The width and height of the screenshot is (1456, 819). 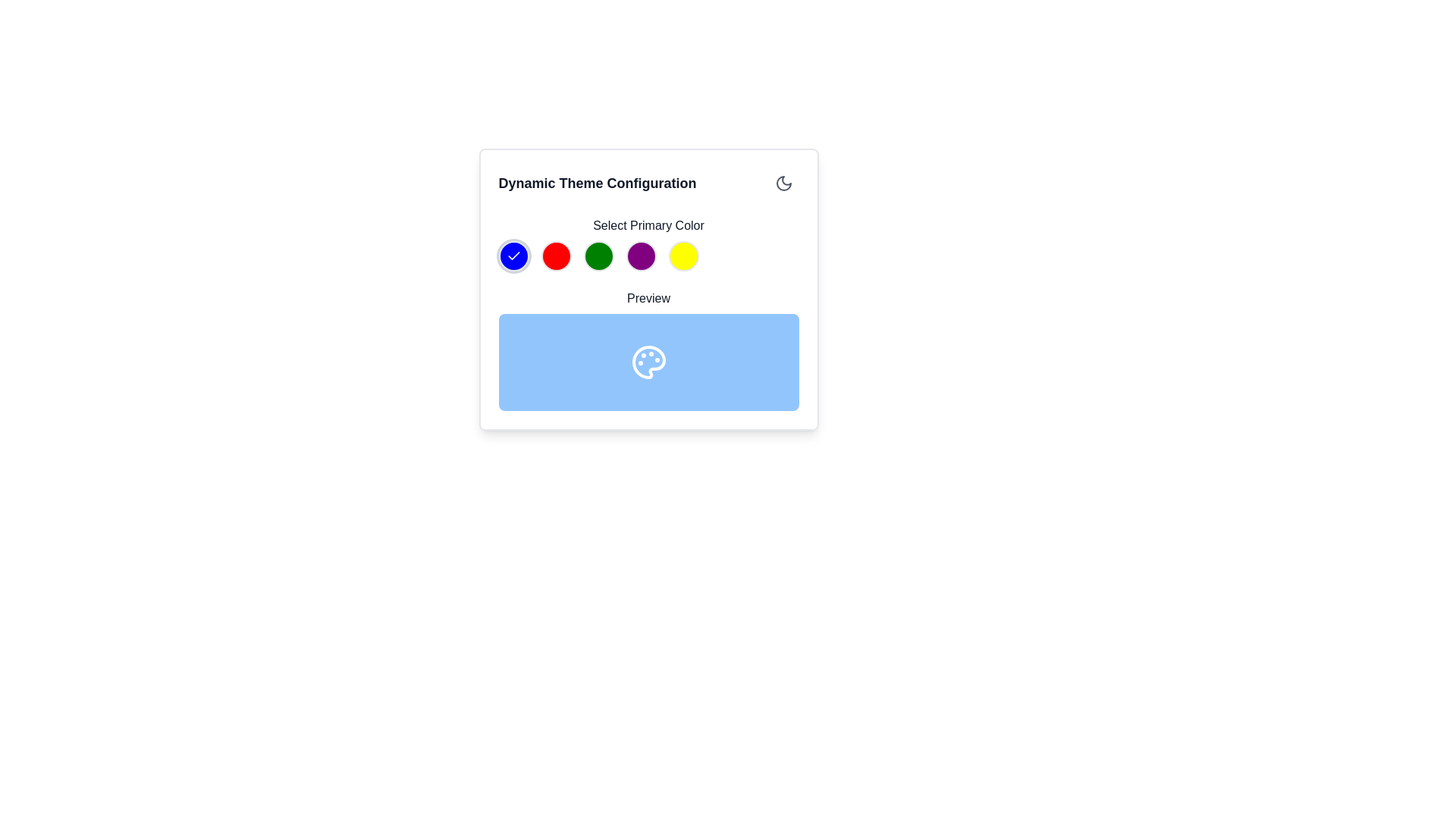 I want to click on the 'Preview' text label, which is centered below the 'Select Primary Color' label and above a blue box, so click(x=648, y=298).